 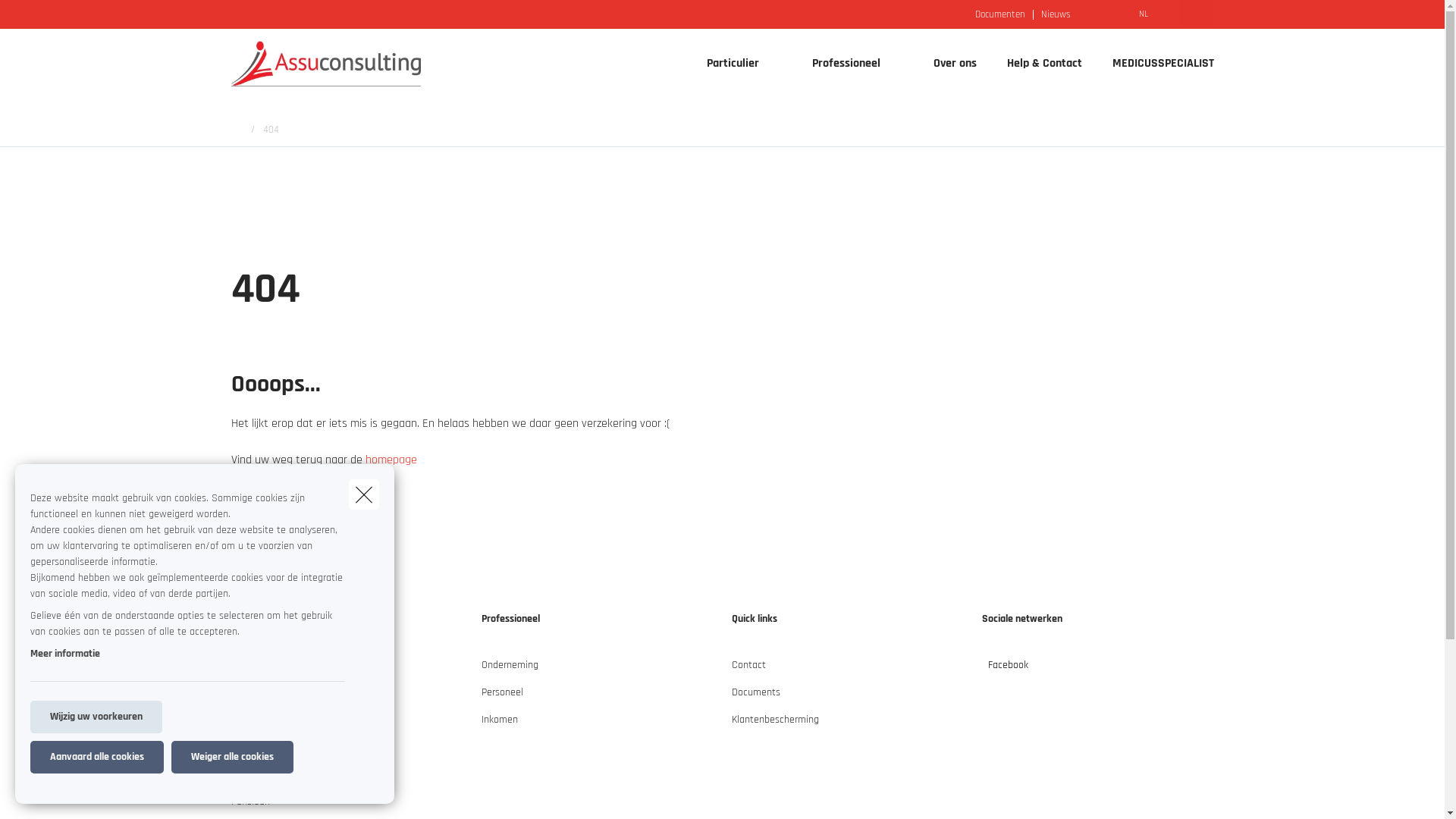 I want to click on 'Personeel', so click(x=501, y=698).